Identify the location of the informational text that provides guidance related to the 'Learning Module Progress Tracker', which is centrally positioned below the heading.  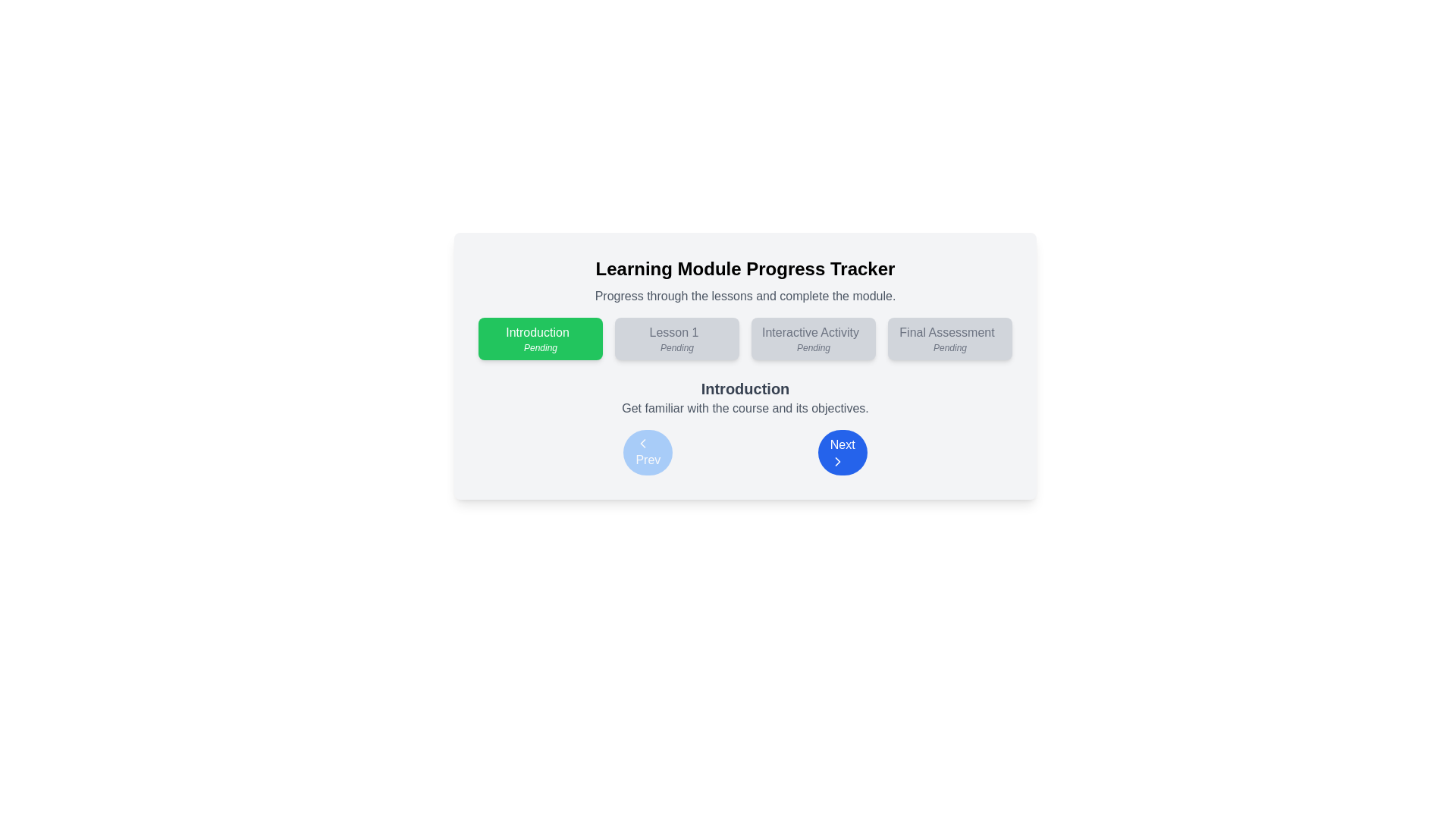
(745, 296).